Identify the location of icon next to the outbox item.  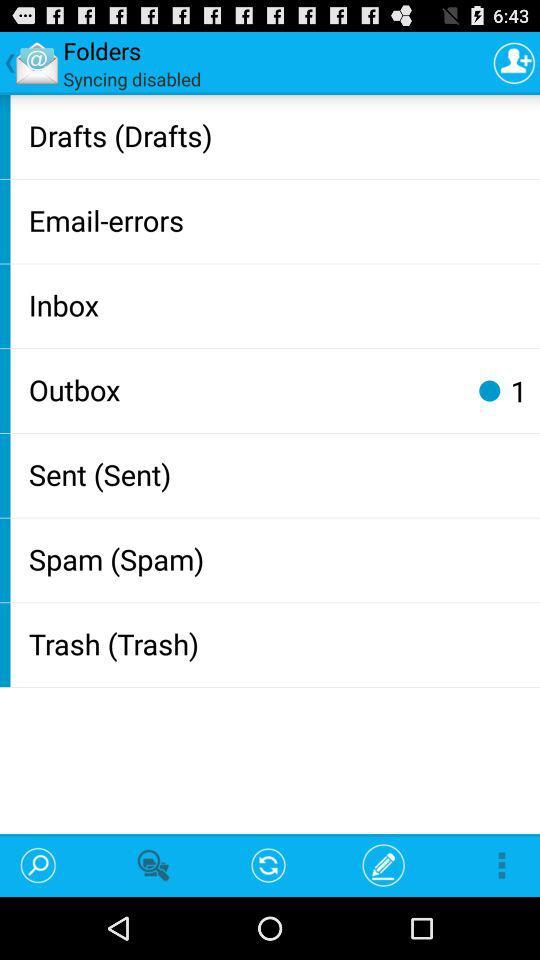
(488, 389).